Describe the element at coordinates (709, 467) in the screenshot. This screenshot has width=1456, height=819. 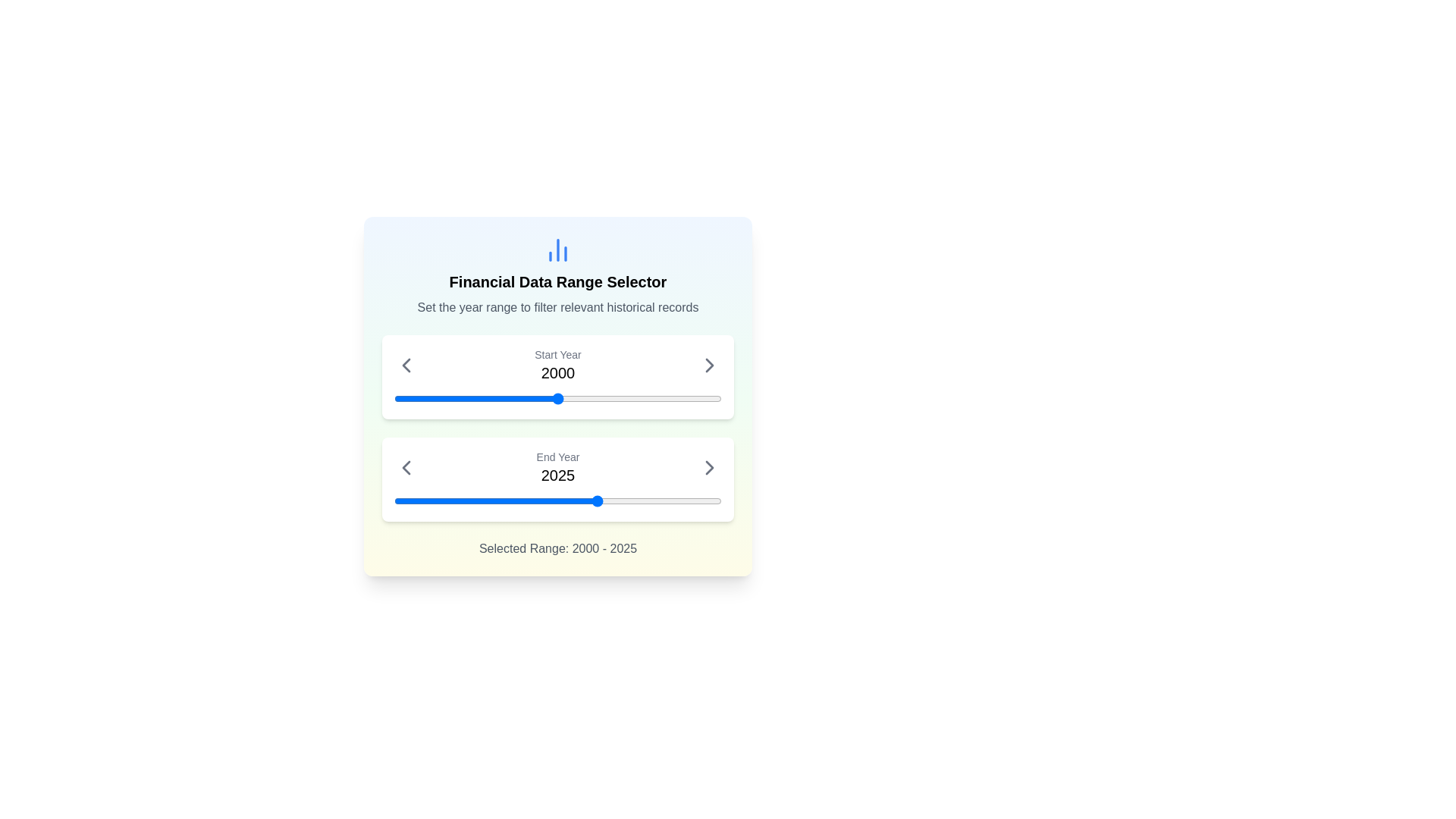
I see `the chevron icon located on the lower row within the 'End Year' selector to increment the year value` at that location.